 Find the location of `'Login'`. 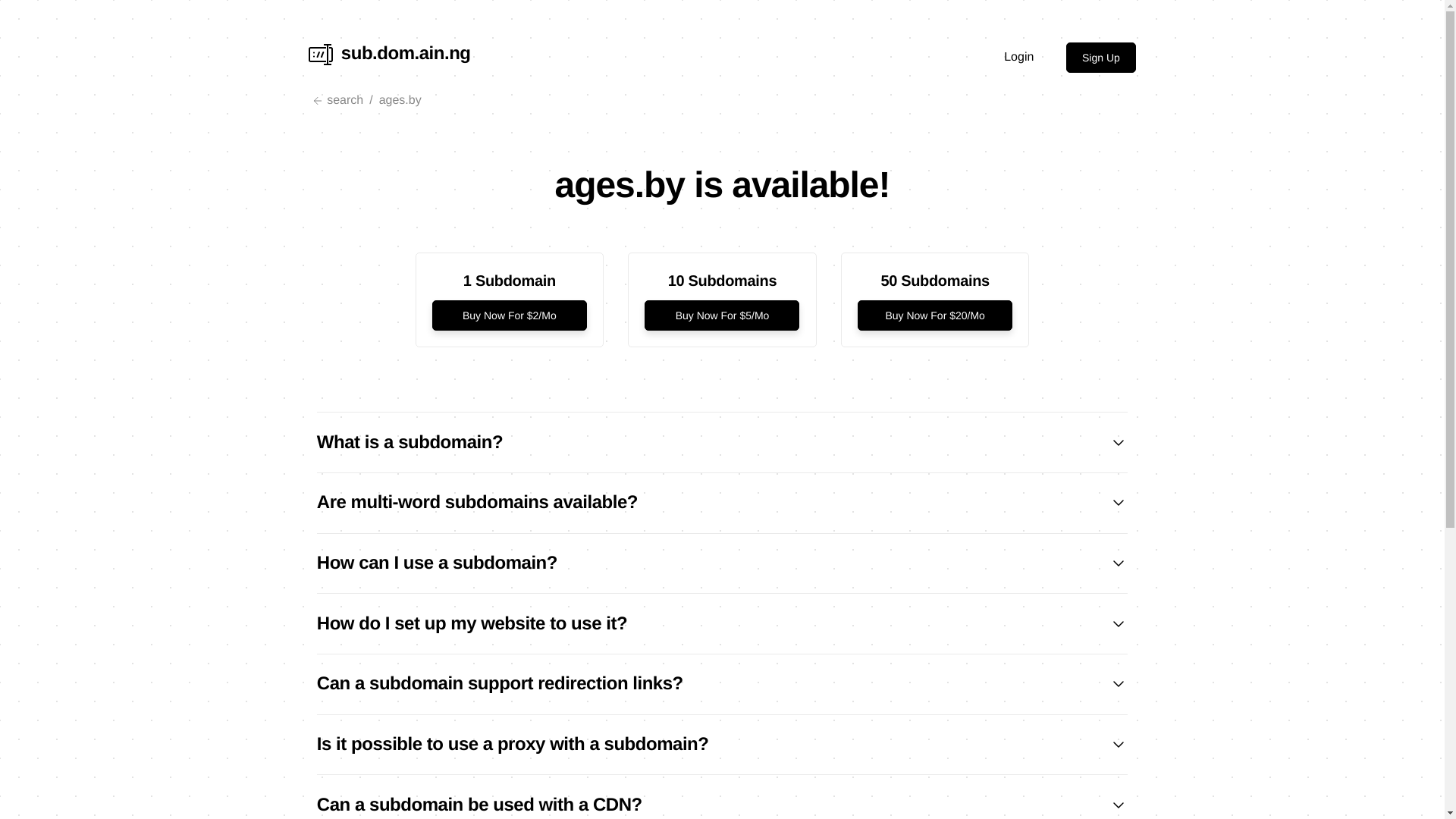

'Login' is located at coordinates (1018, 57).